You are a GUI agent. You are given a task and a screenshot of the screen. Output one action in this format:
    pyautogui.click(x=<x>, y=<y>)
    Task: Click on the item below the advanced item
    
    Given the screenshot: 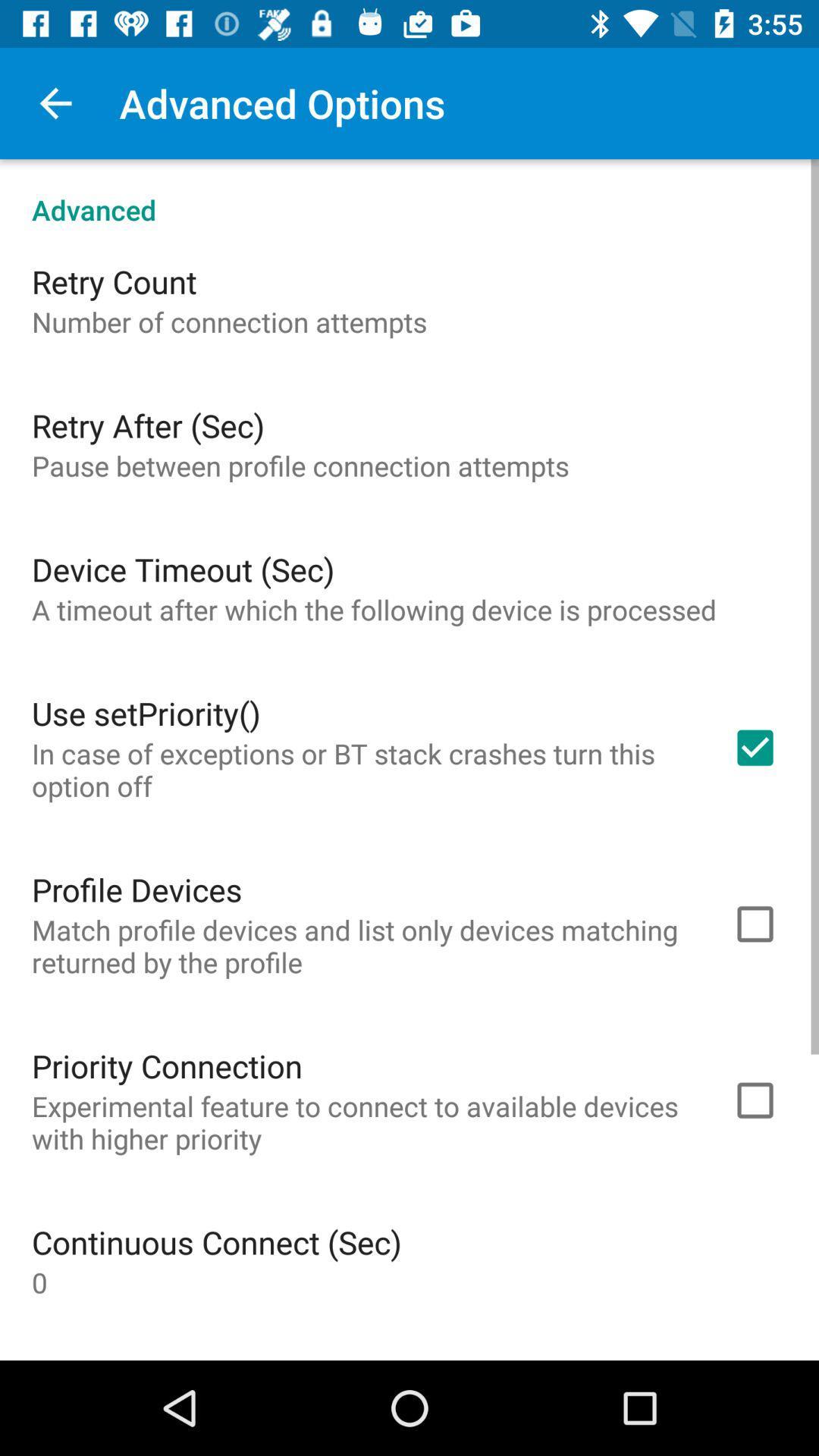 What is the action you would take?
    pyautogui.click(x=113, y=281)
    